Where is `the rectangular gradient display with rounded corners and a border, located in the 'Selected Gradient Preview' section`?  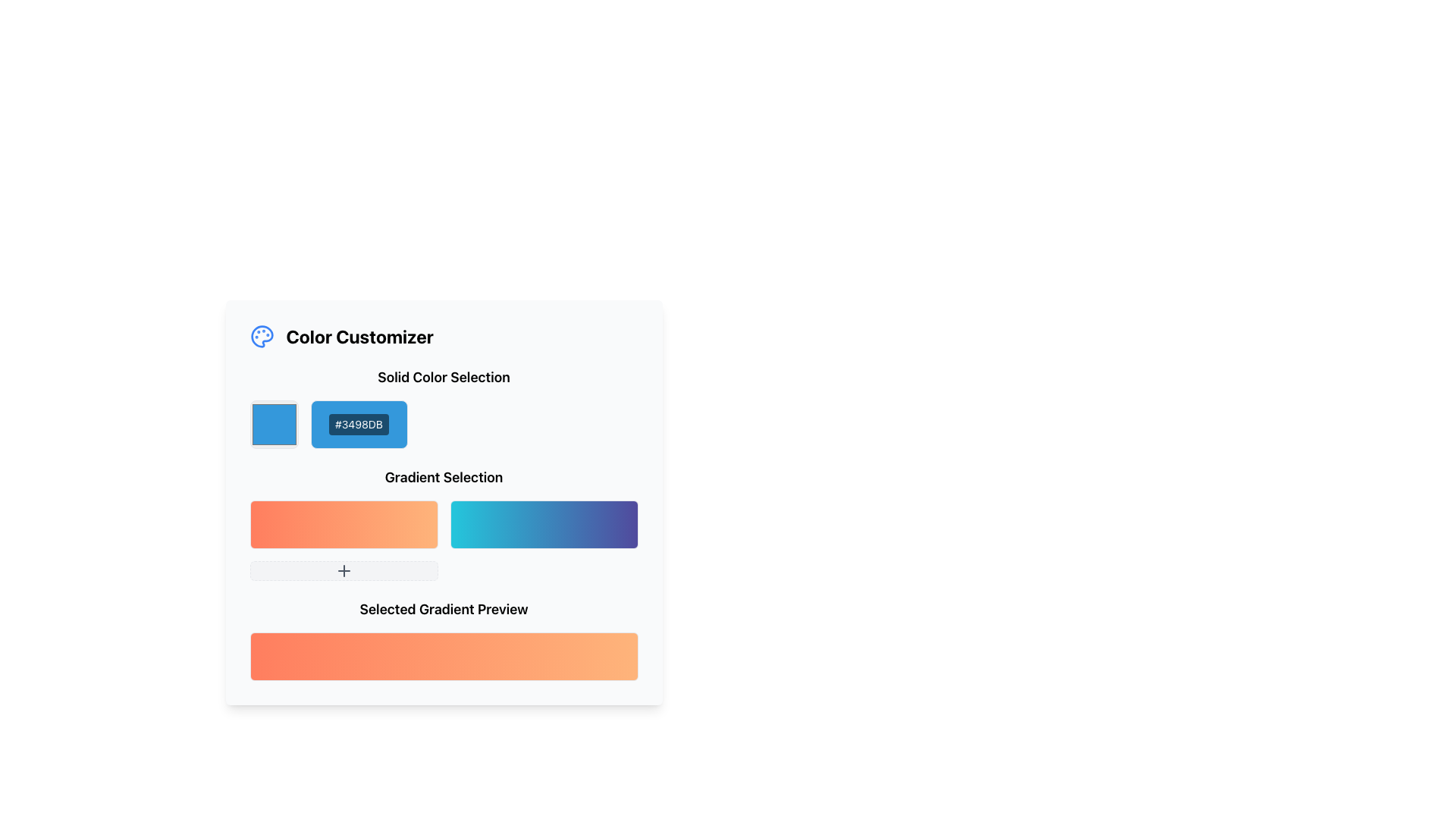 the rectangular gradient display with rounded corners and a border, located in the 'Selected Gradient Preview' section is located at coordinates (443, 656).